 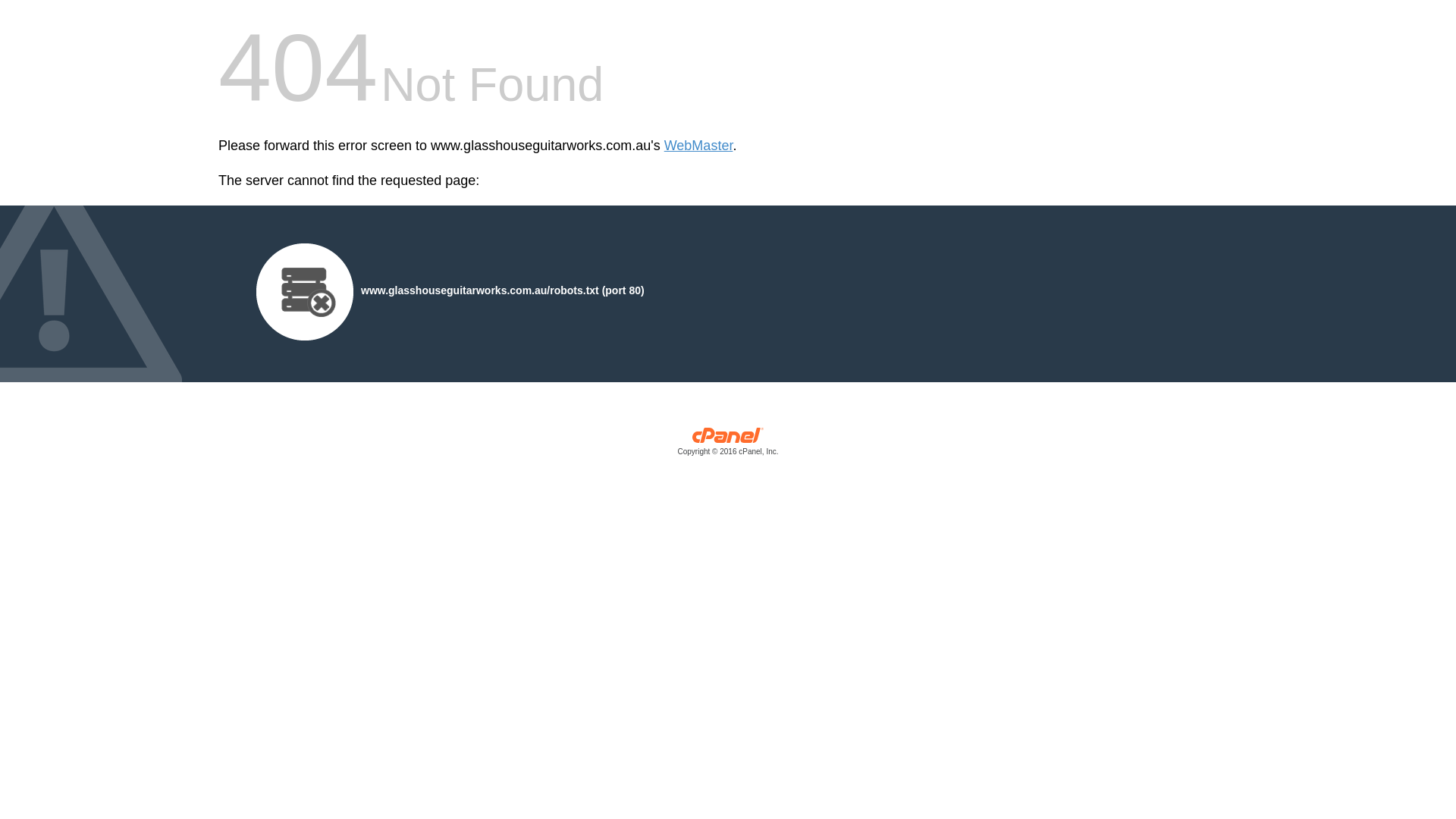 I want to click on 'WebMaster', so click(x=698, y=146).